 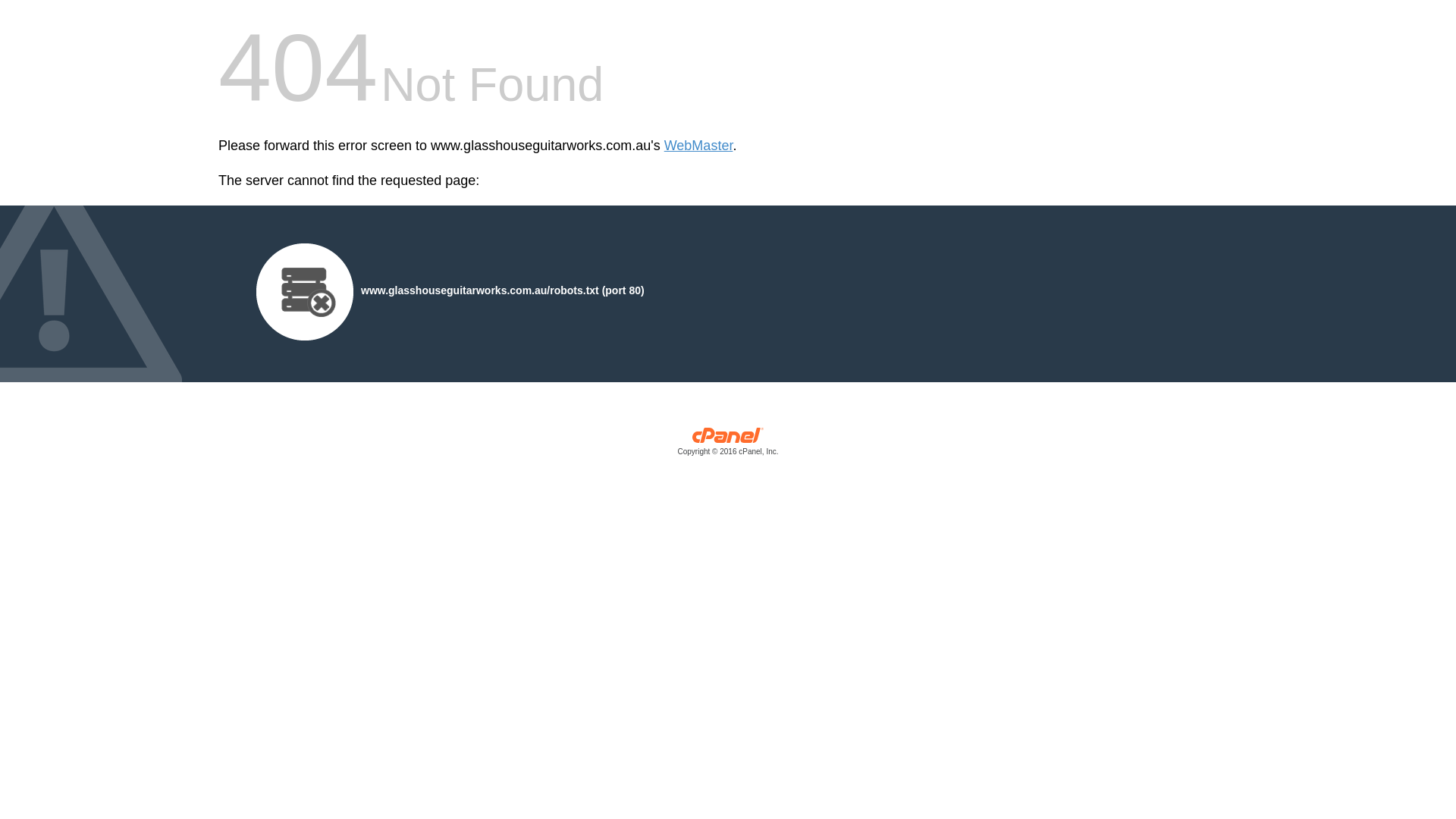 I want to click on 'WebMaster', so click(x=698, y=146).